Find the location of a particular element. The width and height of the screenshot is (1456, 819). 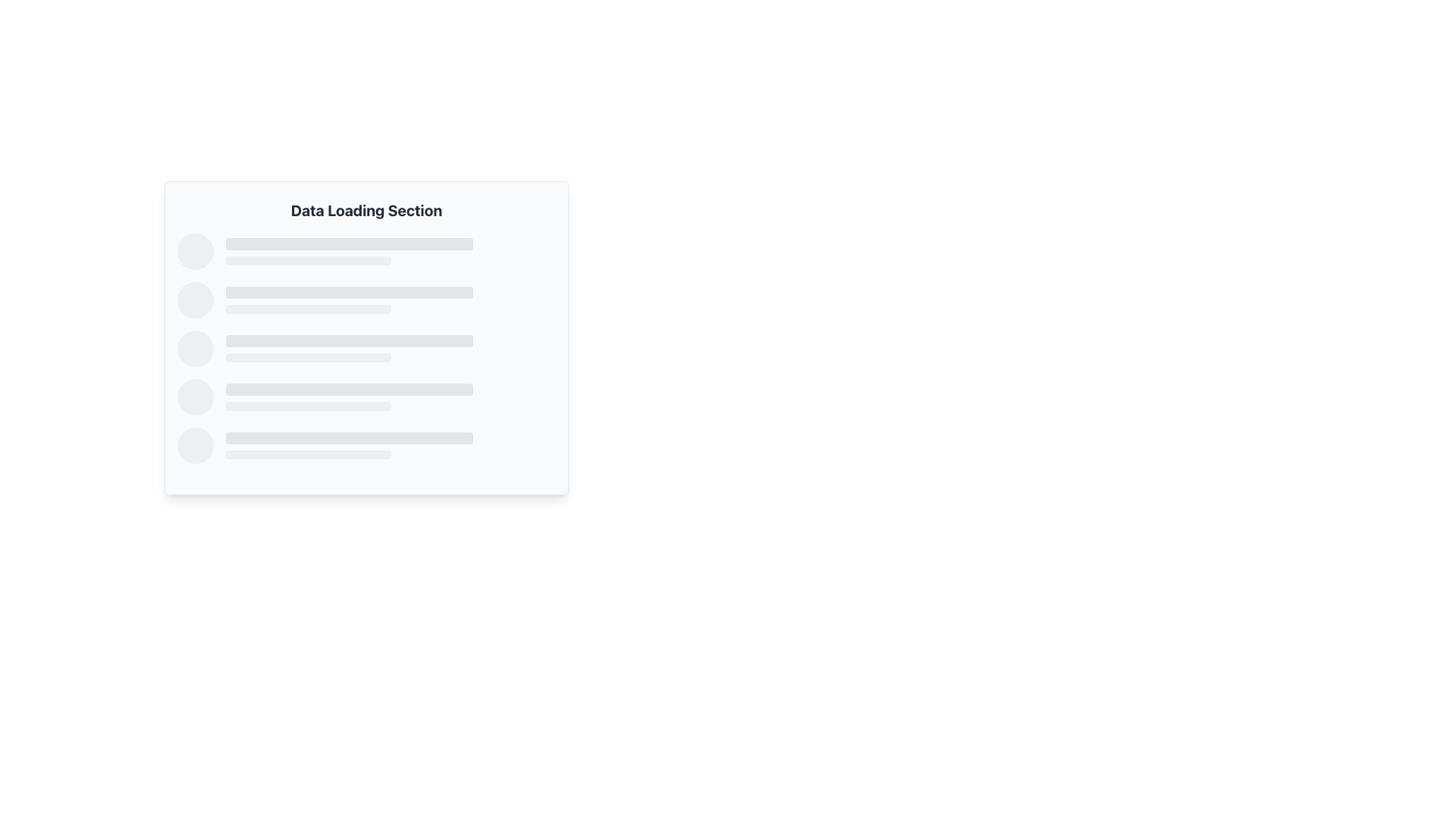

the Progress Indicator or Placeholder Bar, which is a smaller rectangular bar with rounded edges and a light gray background, located below a larger bar in the center-left of the layout is located at coordinates (307, 309).